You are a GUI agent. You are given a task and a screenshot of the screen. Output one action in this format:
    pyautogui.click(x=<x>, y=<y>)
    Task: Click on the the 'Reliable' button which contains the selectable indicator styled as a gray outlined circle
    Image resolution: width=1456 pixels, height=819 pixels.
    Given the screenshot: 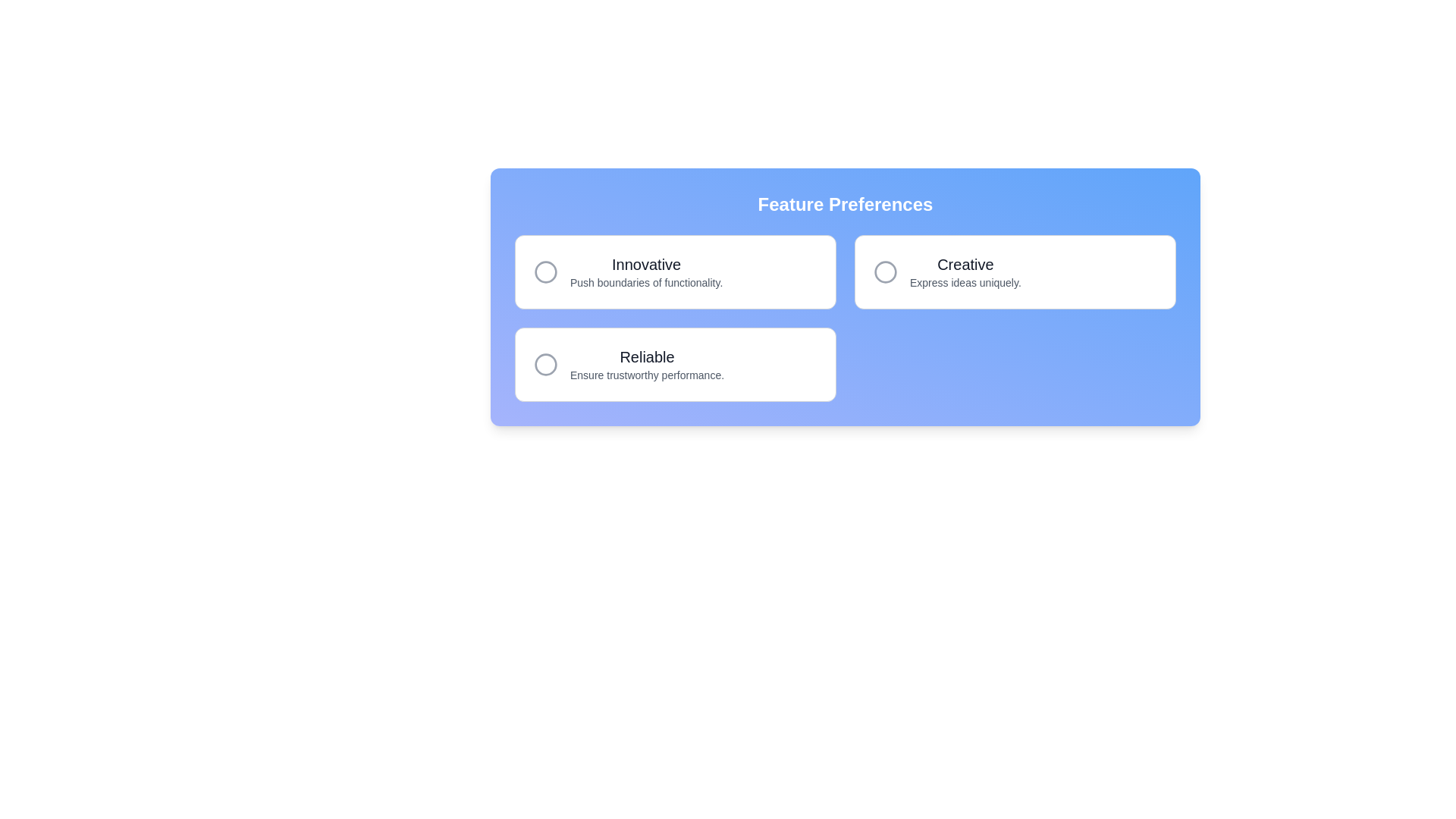 What is the action you would take?
    pyautogui.click(x=546, y=365)
    